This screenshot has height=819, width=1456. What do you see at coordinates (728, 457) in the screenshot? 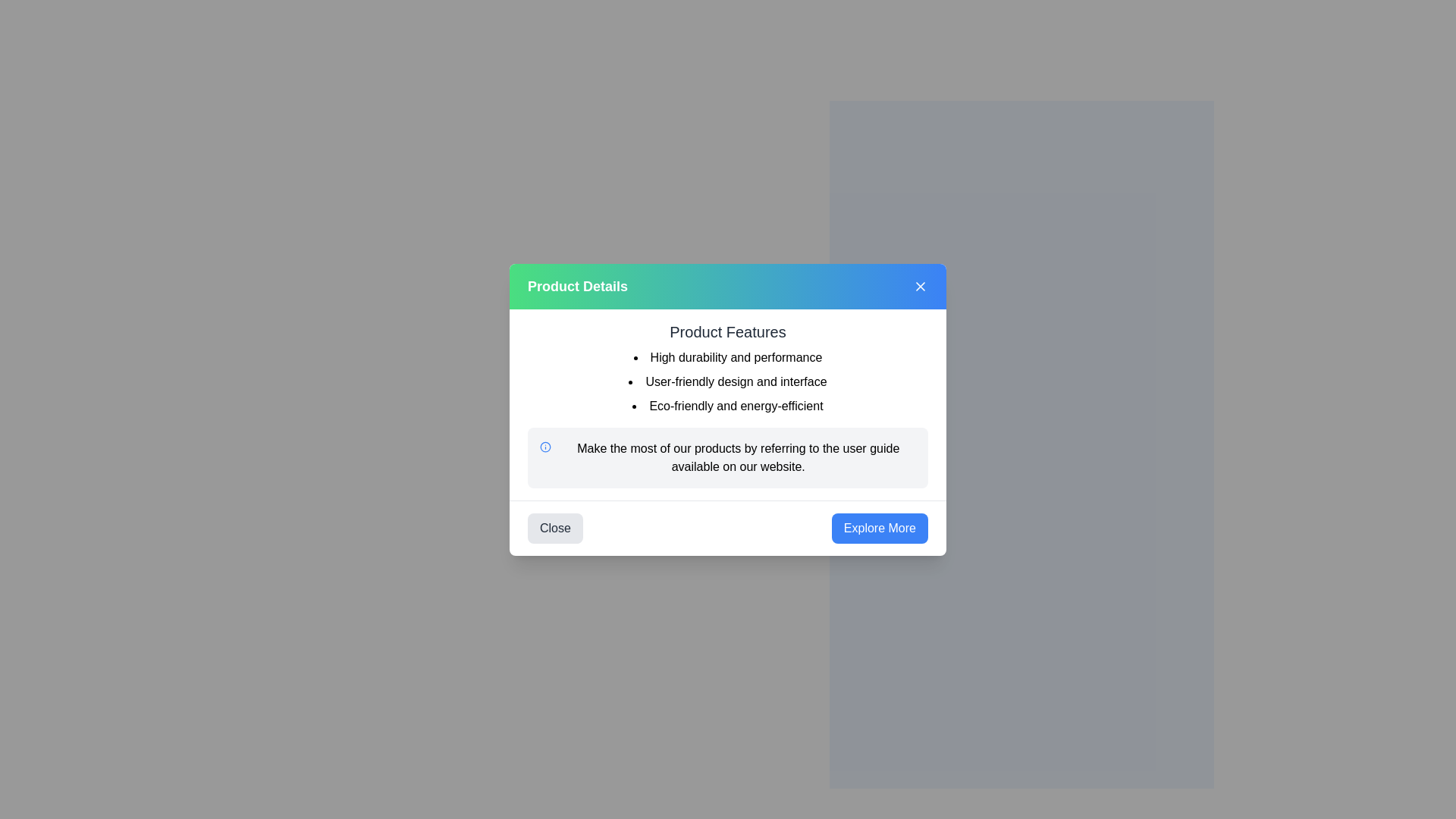
I see `the Informational banner located centrally beneath the 'Product Features' section to extract guidance information` at bounding box center [728, 457].